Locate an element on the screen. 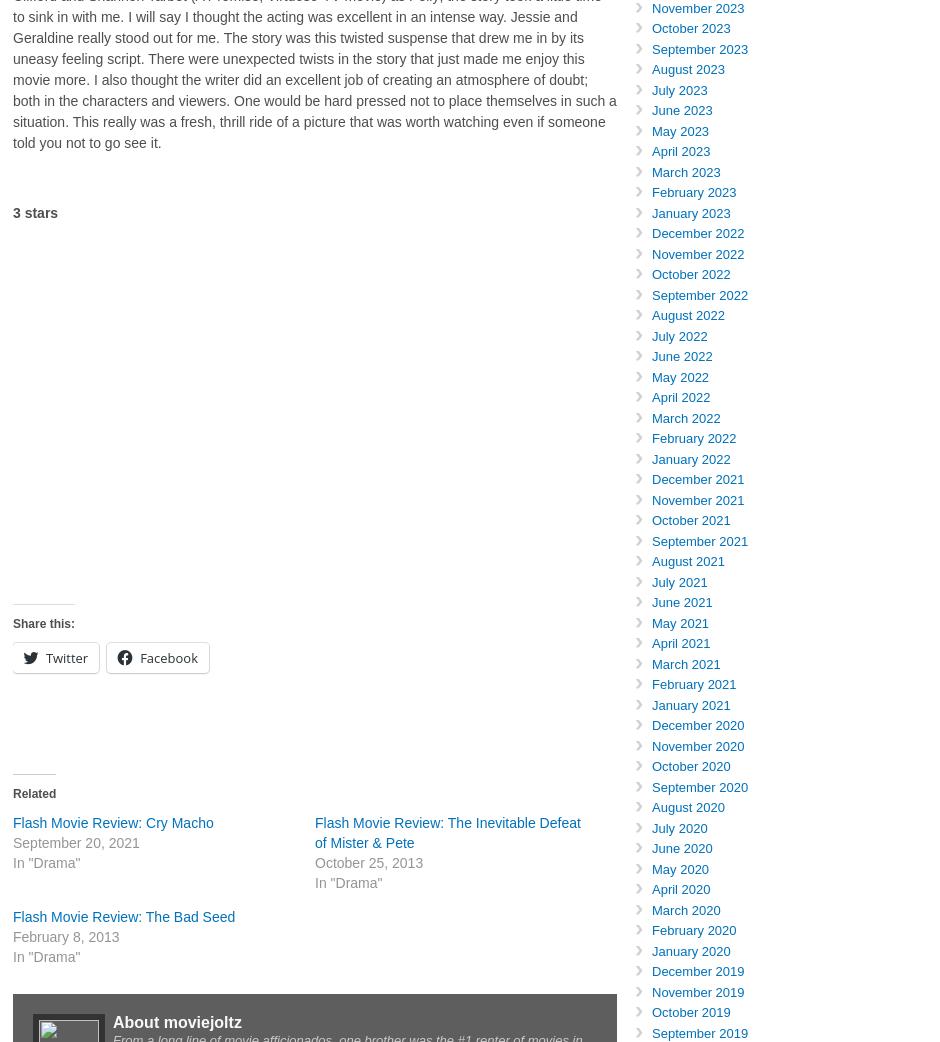 The image size is (940, 1042). 'July 2021' is located at coordinates (678, 580).